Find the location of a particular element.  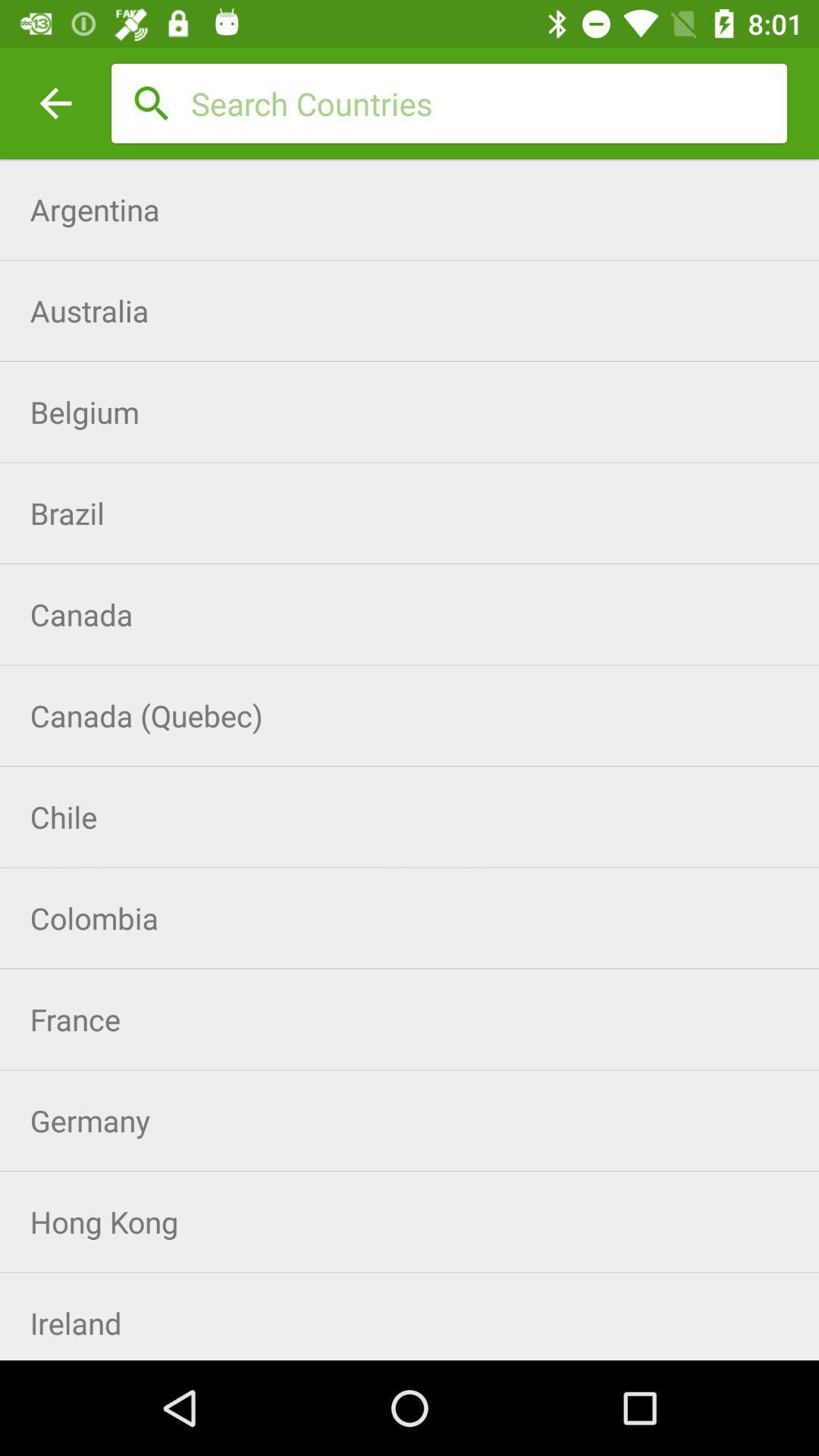

search is located at coordinates (488, 102).